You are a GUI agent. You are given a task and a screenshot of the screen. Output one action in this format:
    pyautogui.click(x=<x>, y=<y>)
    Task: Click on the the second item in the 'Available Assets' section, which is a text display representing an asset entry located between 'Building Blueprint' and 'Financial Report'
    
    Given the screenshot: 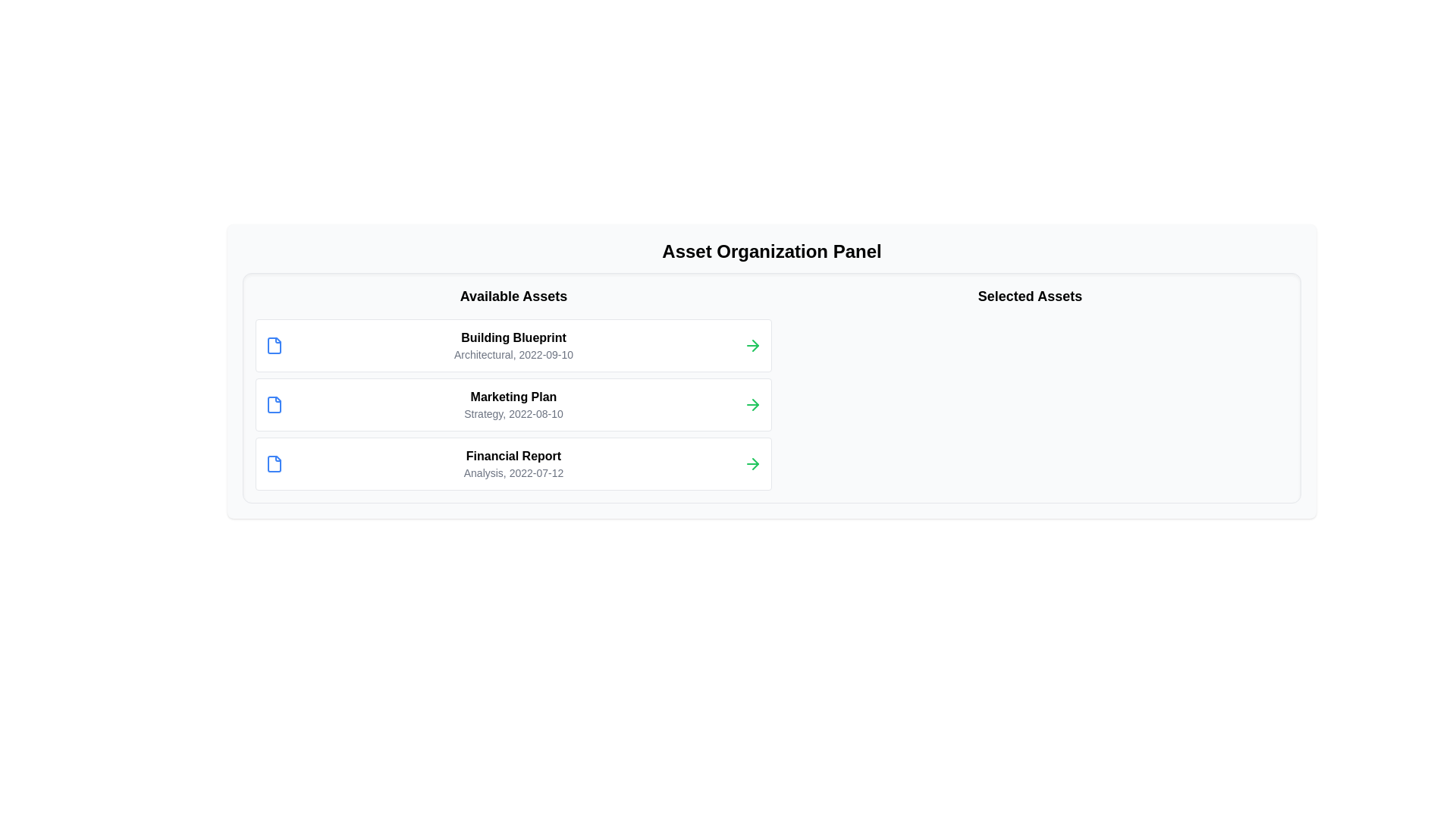 What is the action you would take?
    pyautogui.click(x=513, y=403)
    